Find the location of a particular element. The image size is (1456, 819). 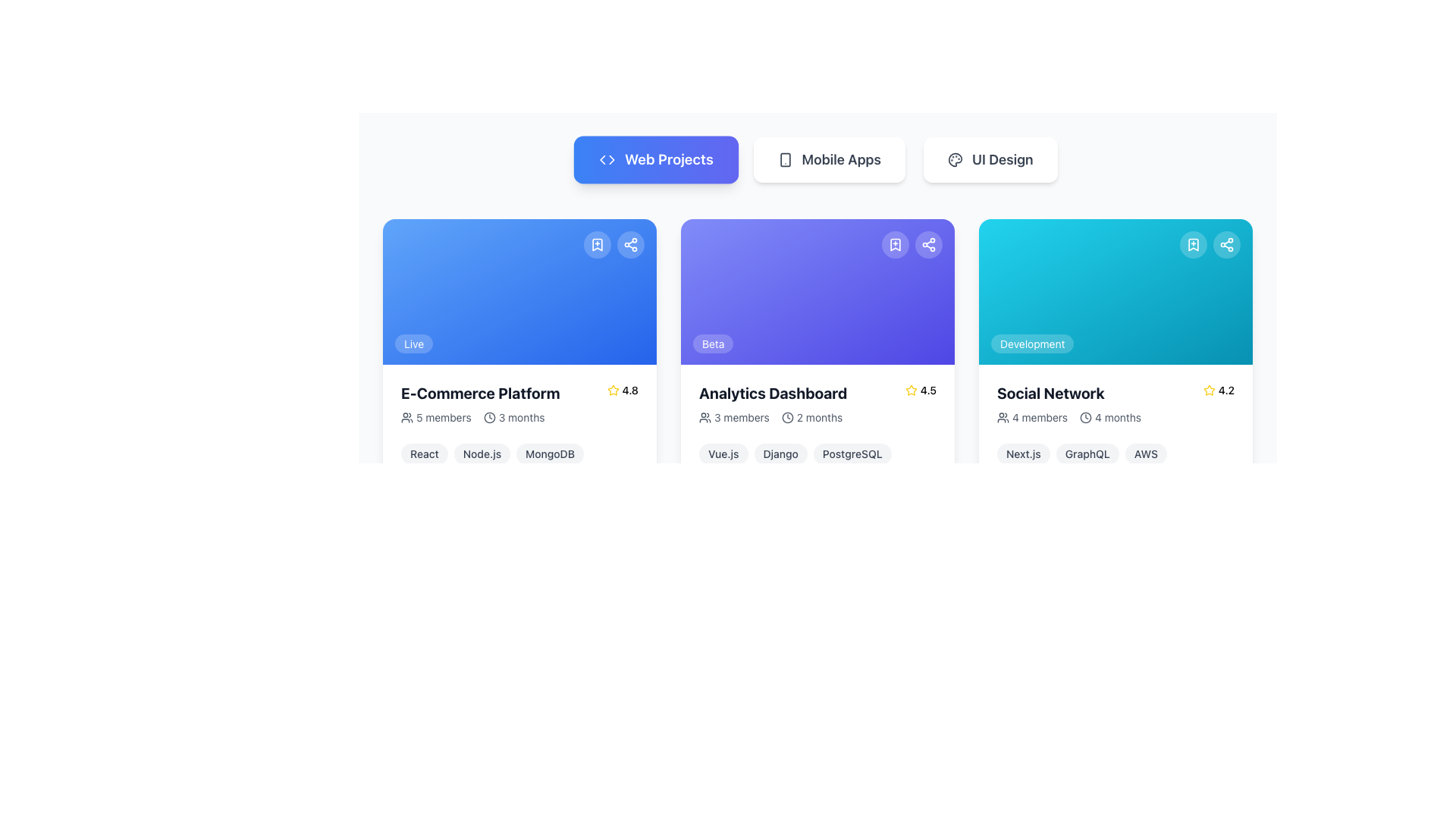

the share button, the second circular interactive component in the top-right corner of the first card in the 'Web Projects' section is located at coordinates (630, 244).